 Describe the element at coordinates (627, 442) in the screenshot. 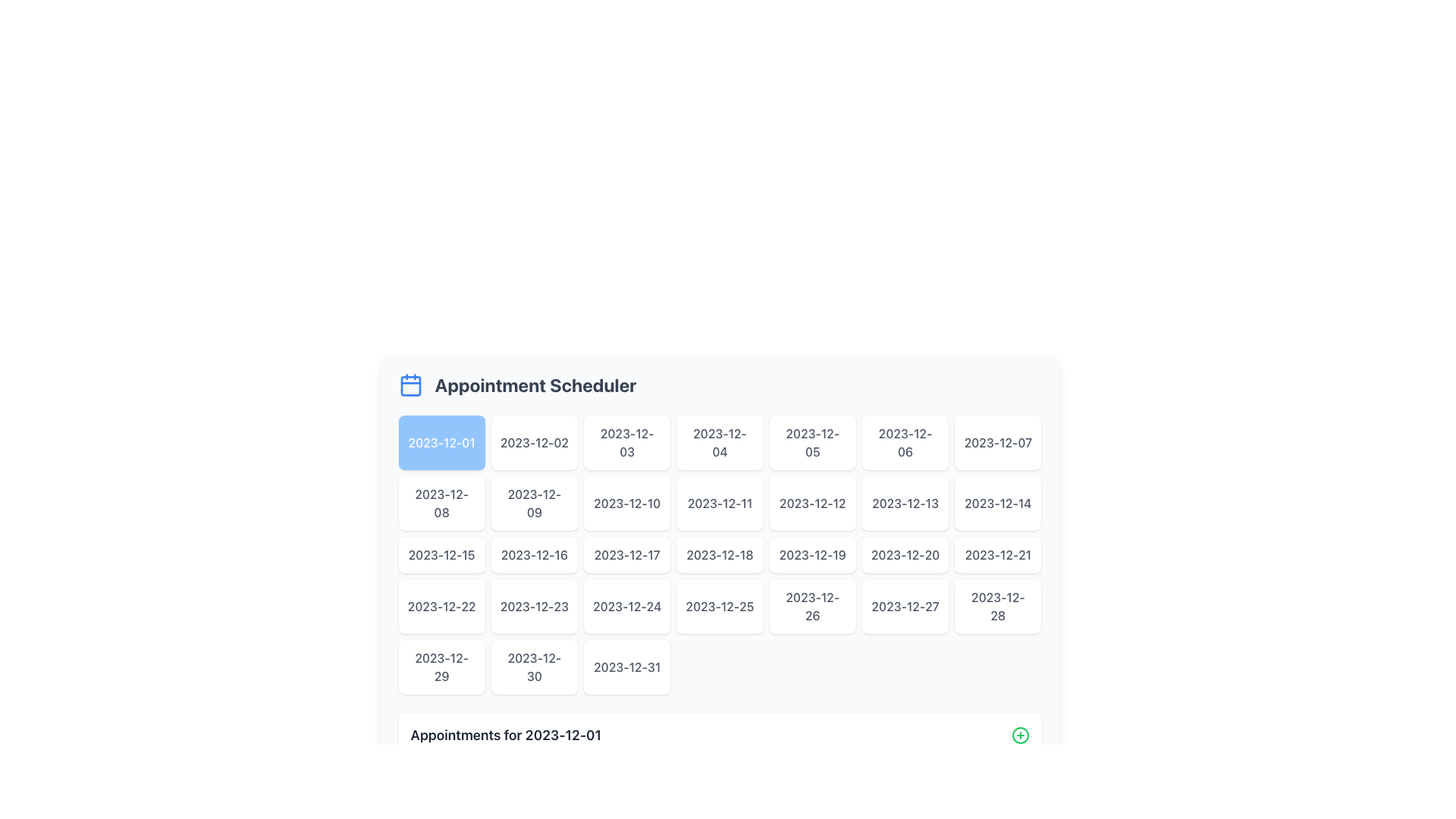

I see `the button displaying the date '2023-12-03', which is styled with a rounded rectangular shape and is located in the first row of the grid layout` at that location.